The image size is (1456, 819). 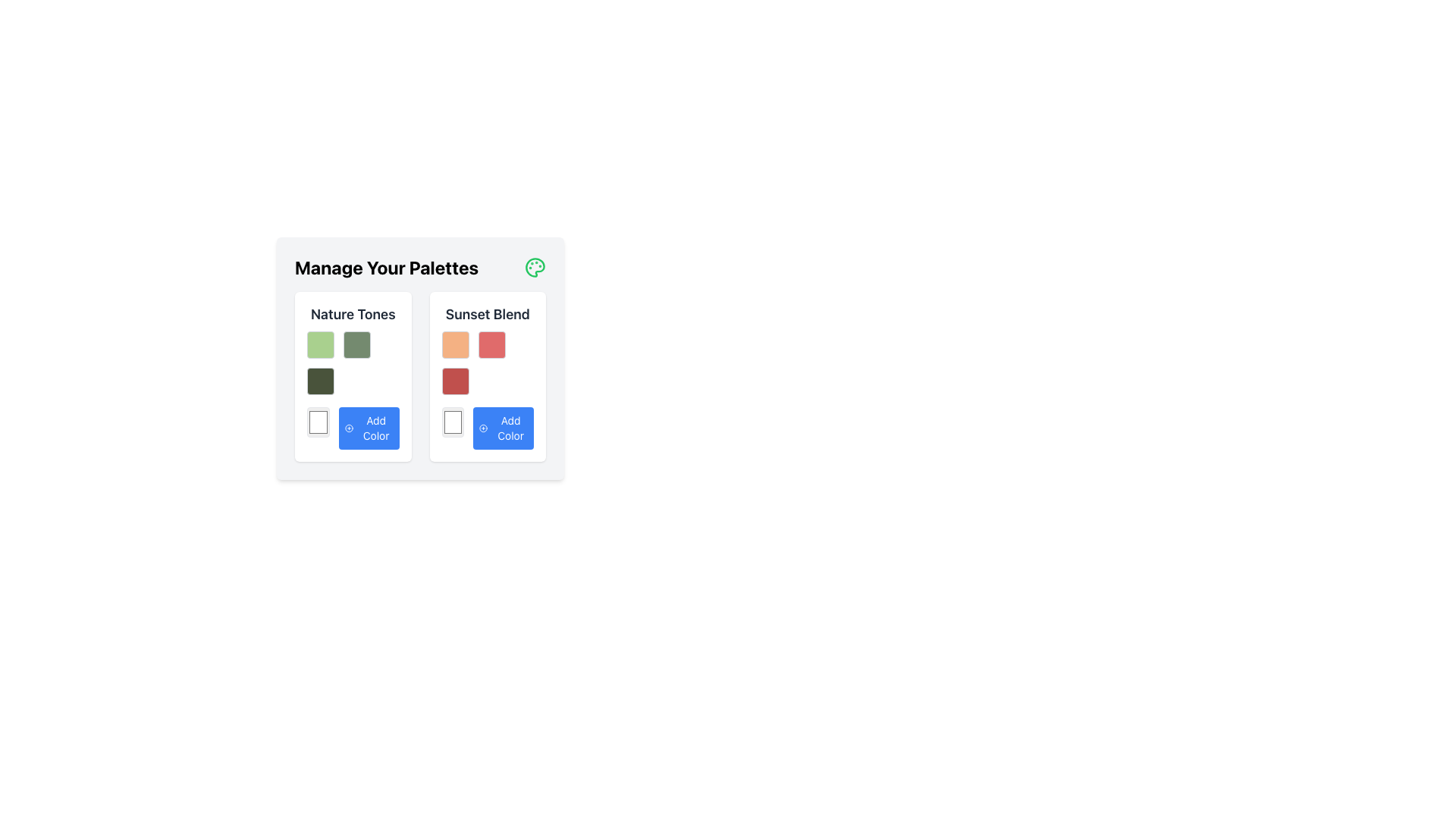 What do you see at coordinates (352, 362) in the screenshot?
I see `the medium green color swatch in the Color swatch group titled 'Nature Tones'` at bounding box center [352, 362].